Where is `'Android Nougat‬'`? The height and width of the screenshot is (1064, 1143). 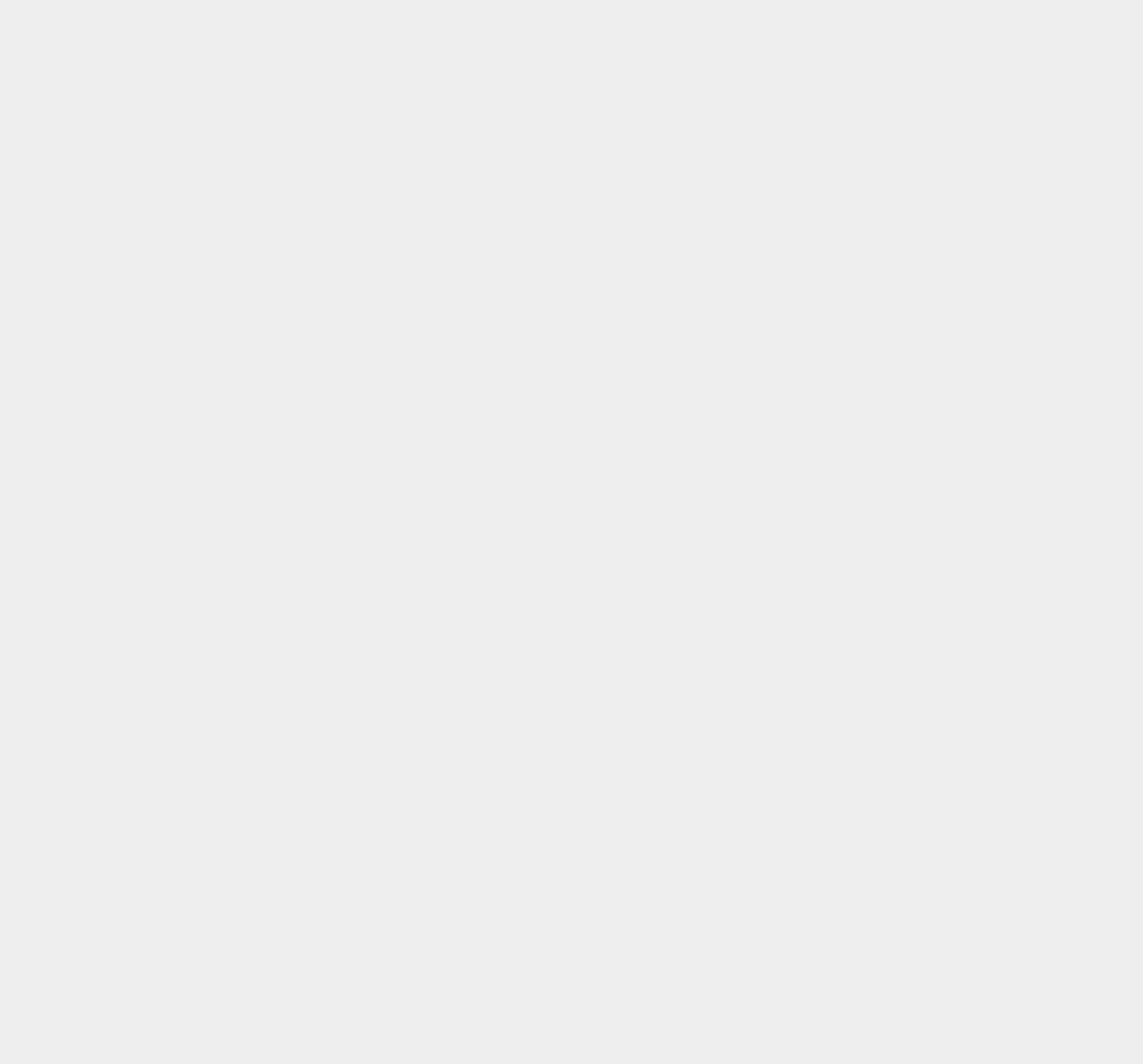 'Android Nougat‬' is located at coordinates (856, 468).